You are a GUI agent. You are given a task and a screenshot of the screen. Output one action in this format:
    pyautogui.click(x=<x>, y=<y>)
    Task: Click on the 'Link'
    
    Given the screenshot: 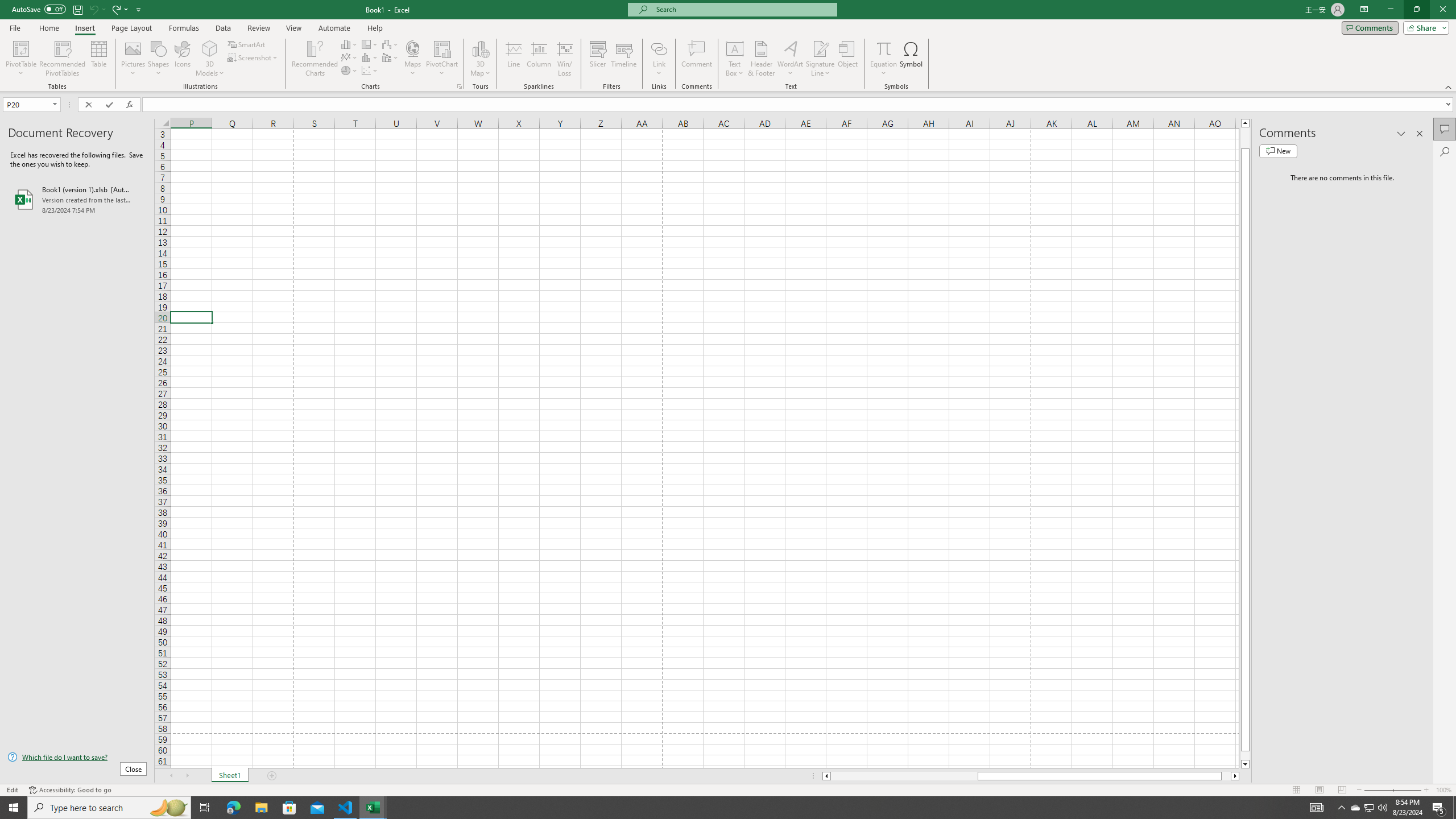 What is the action you would take?
    pyautogui.click(x=659, y=59)
    